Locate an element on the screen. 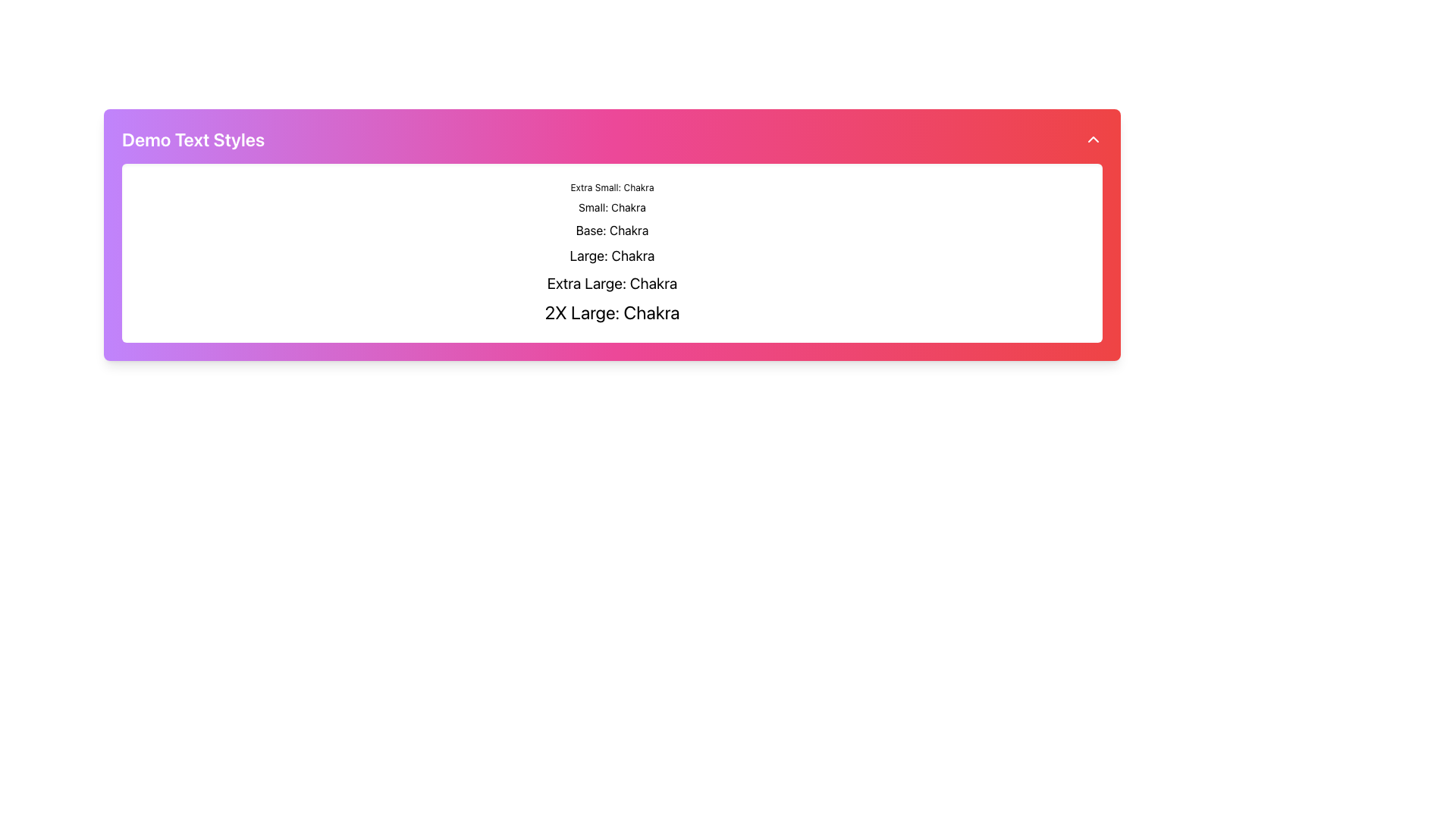 This screenshot has height=819, width=1456. the Title bar with interactive control is located at coordinates (612, 140).